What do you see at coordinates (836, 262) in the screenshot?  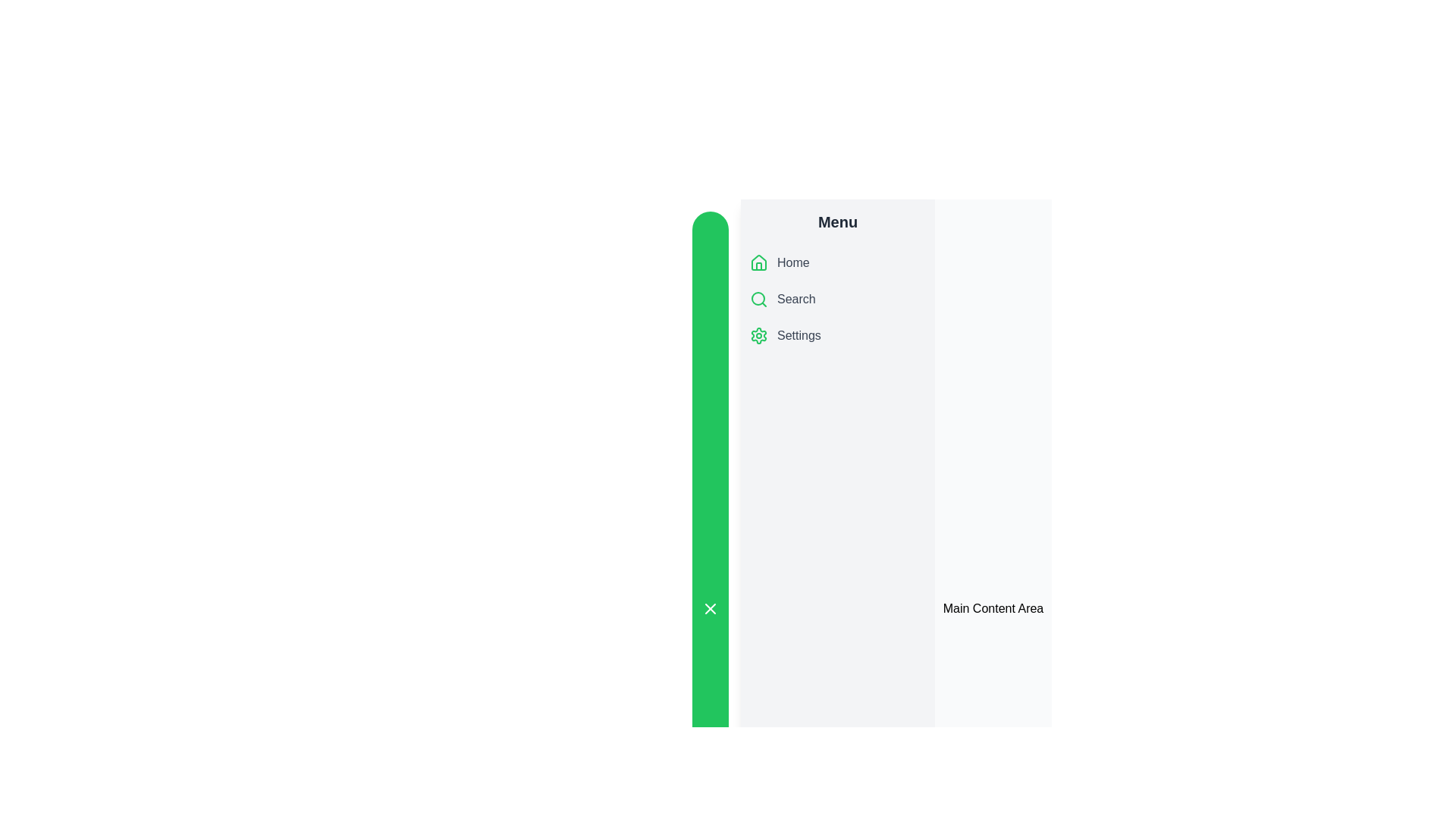 I see `the menu item Home to select it` at bounding box center [836, 262].